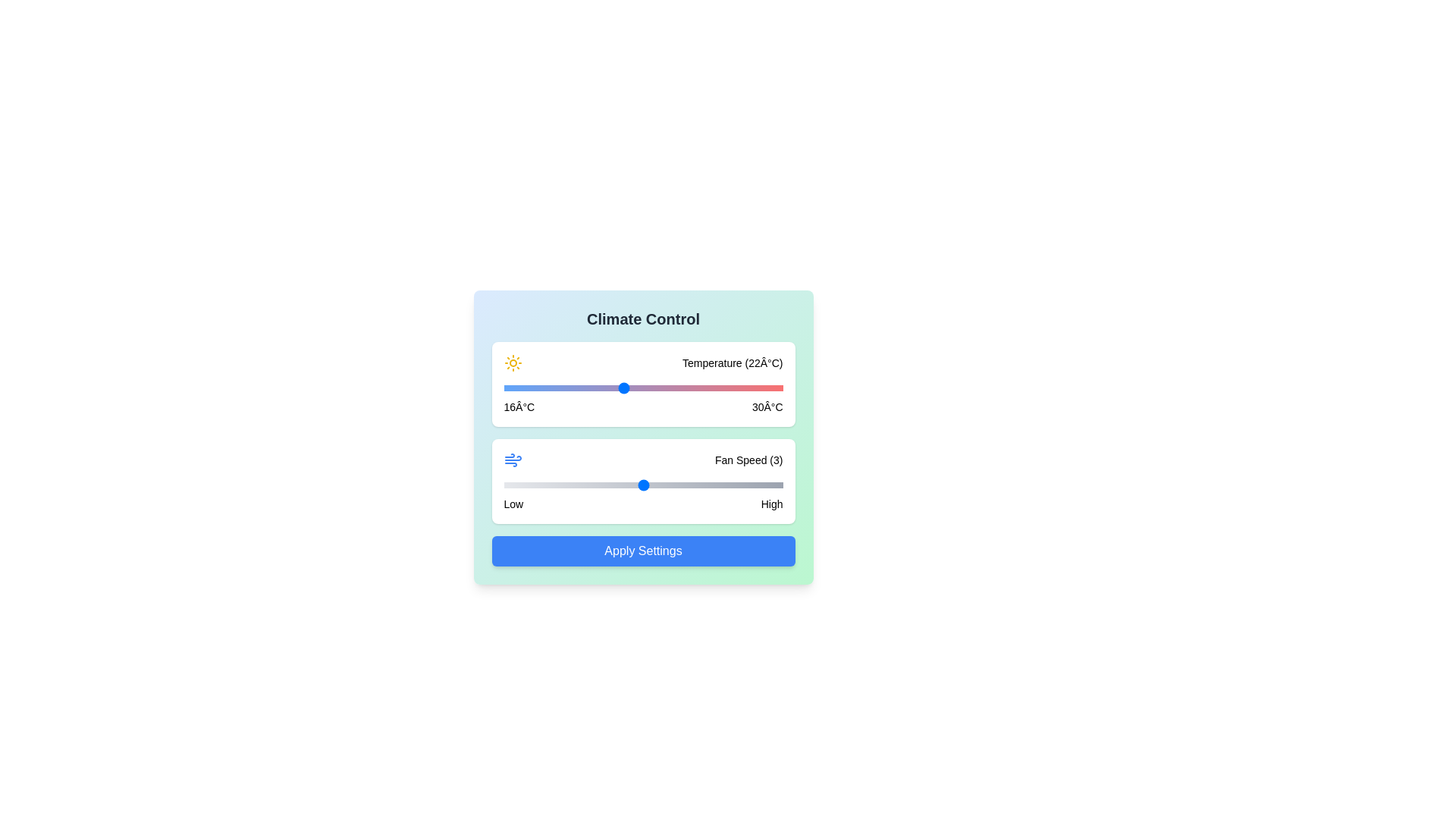  I want to click on the temperature slider to 21 degrees Celsius, so click(602, 388).